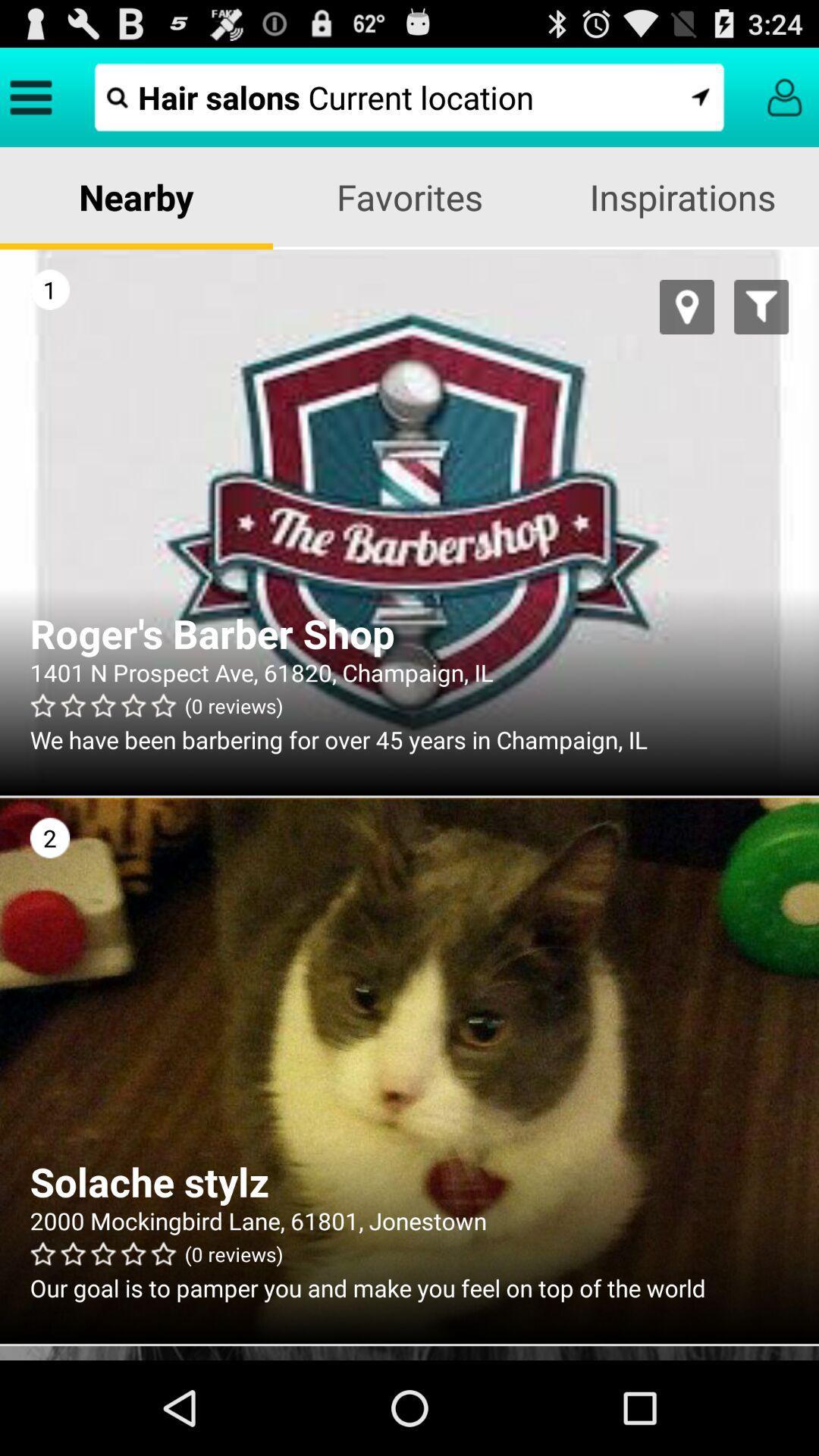  What do you see at coordinates (409, 1287) in the screenshot?
I see `our goal is app` at bounding box center [409, 1287].